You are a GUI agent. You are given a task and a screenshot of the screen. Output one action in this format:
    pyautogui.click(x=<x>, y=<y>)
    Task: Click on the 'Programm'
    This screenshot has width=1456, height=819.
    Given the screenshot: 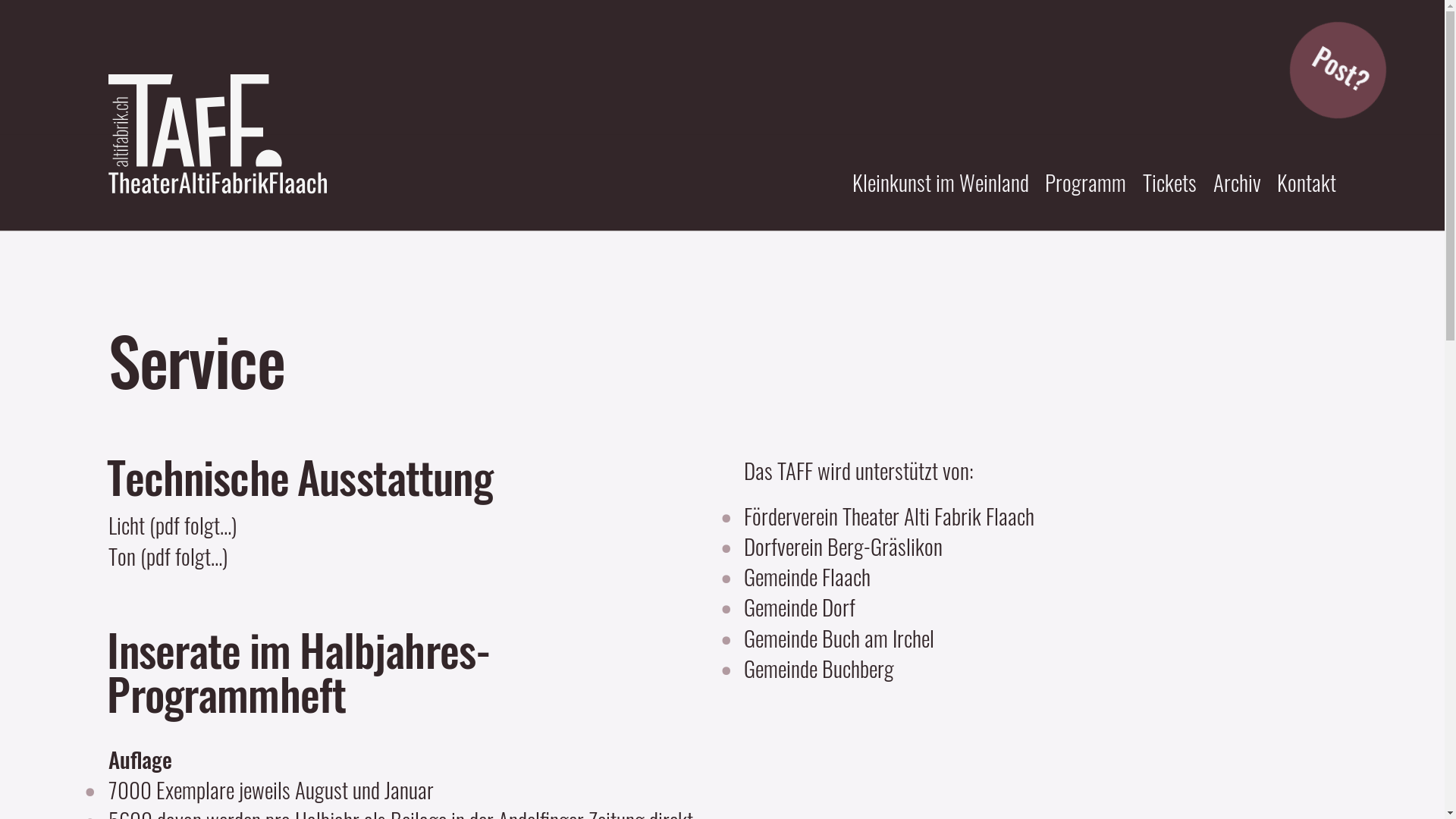 What is the action you would take?
    pyautogui.click(x=1084, y=180)
    